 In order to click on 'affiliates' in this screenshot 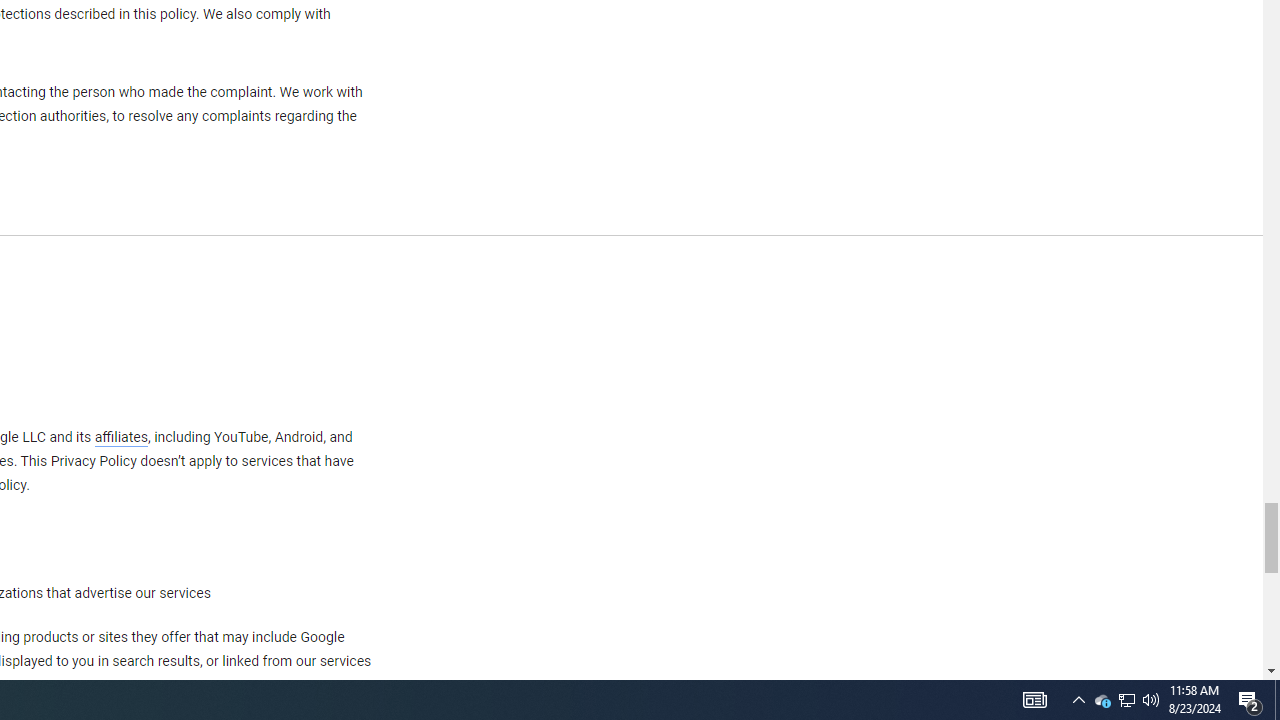, I will do `click(119, 436)`.